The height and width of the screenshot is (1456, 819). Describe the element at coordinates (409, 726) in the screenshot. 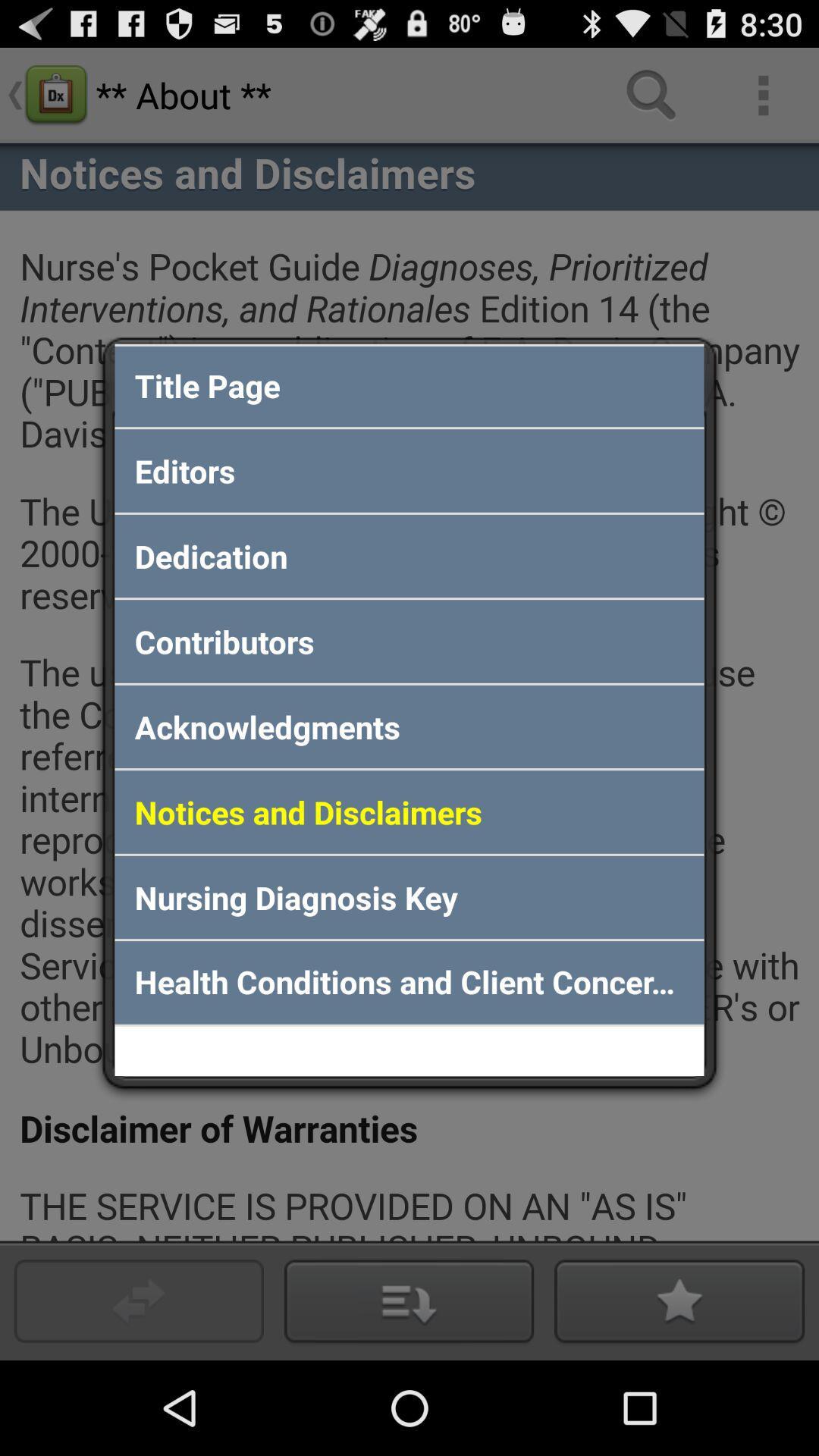

I see `the app above the notices and disclaimers app` at that location.